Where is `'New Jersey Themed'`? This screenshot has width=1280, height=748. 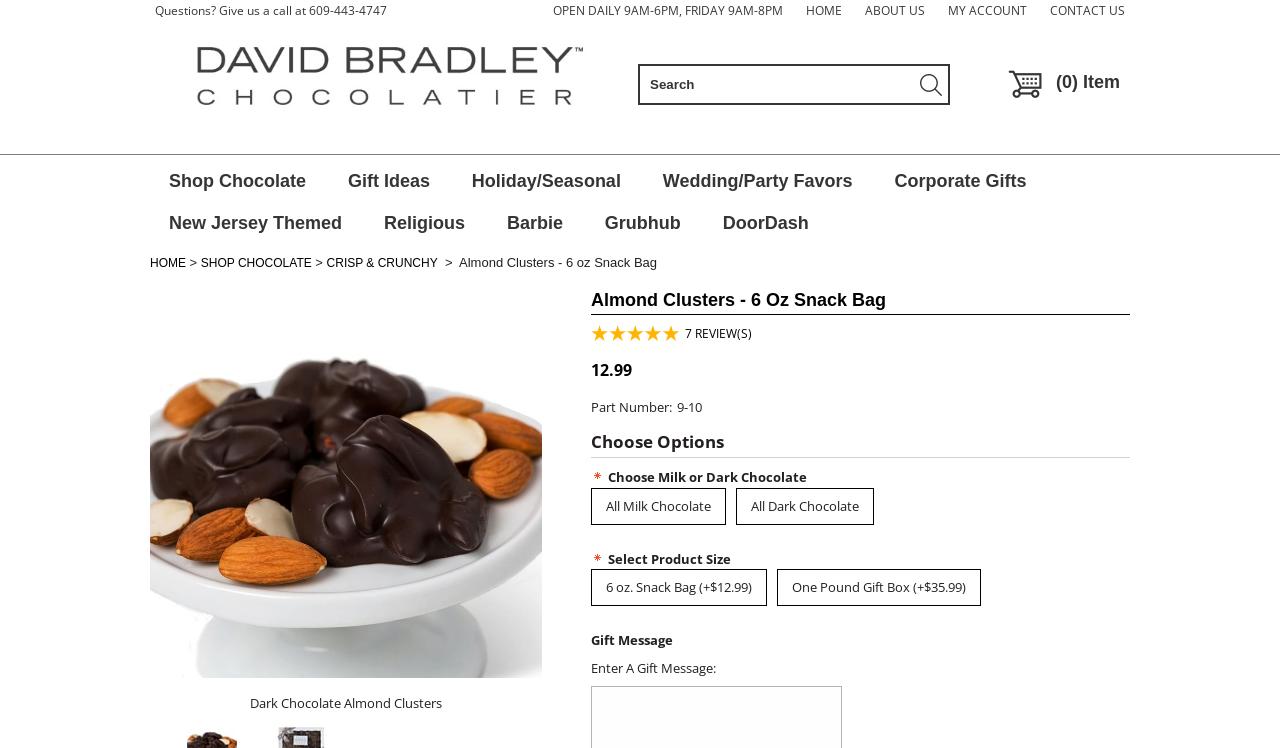 'New Jersey Themed' is located at coordinates (254, 222).